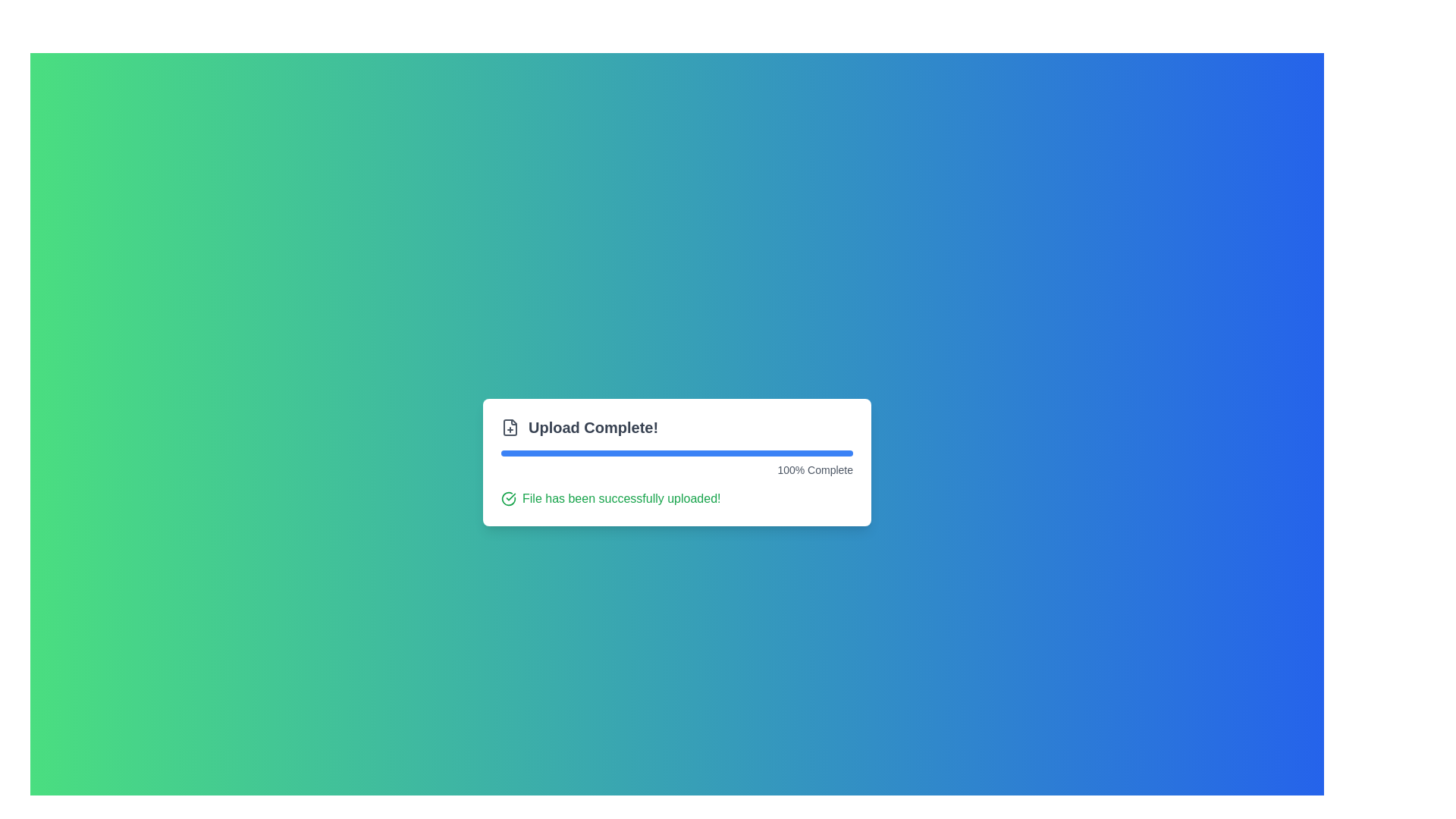 This screenshot has width=1456, height=819. I want to click on the text label displaying 'Upload Complete!' which is styled in a larger-sized, bold gray font and positioned near the top of the interface card, so click(592, 427).